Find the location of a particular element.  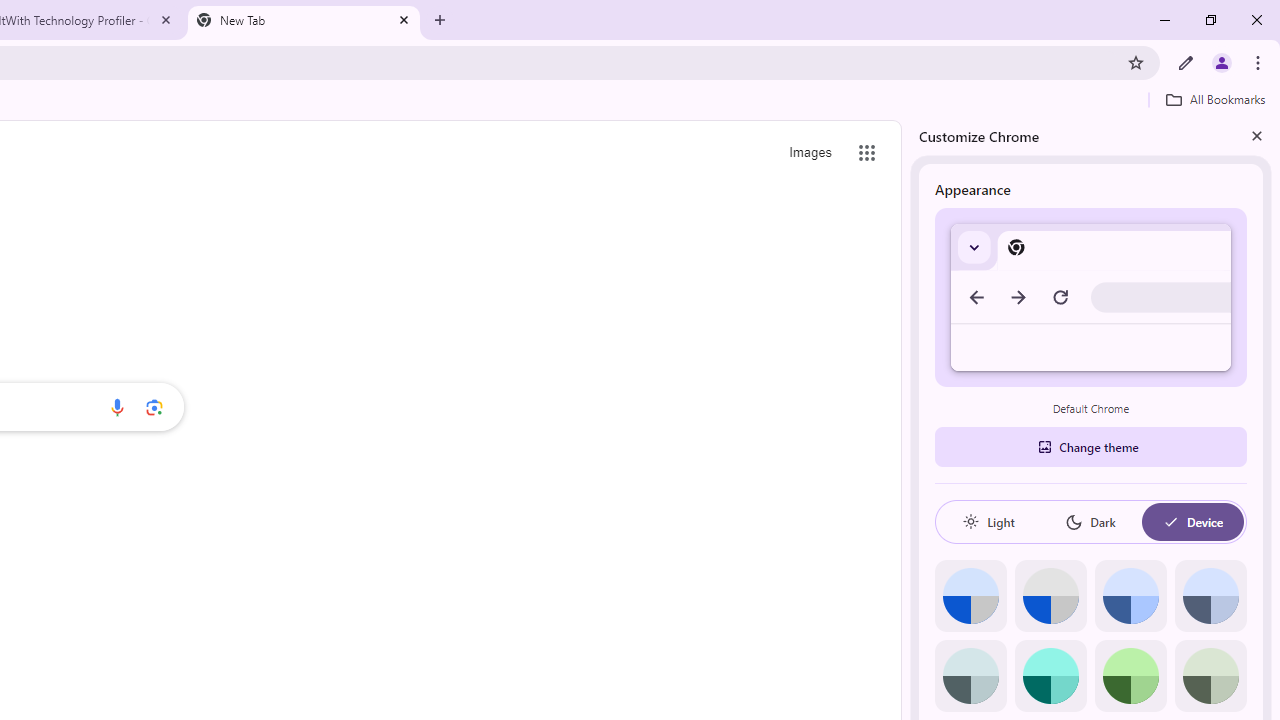

'AutomationID: baseSvg' is located at coordinates (1170, 521).